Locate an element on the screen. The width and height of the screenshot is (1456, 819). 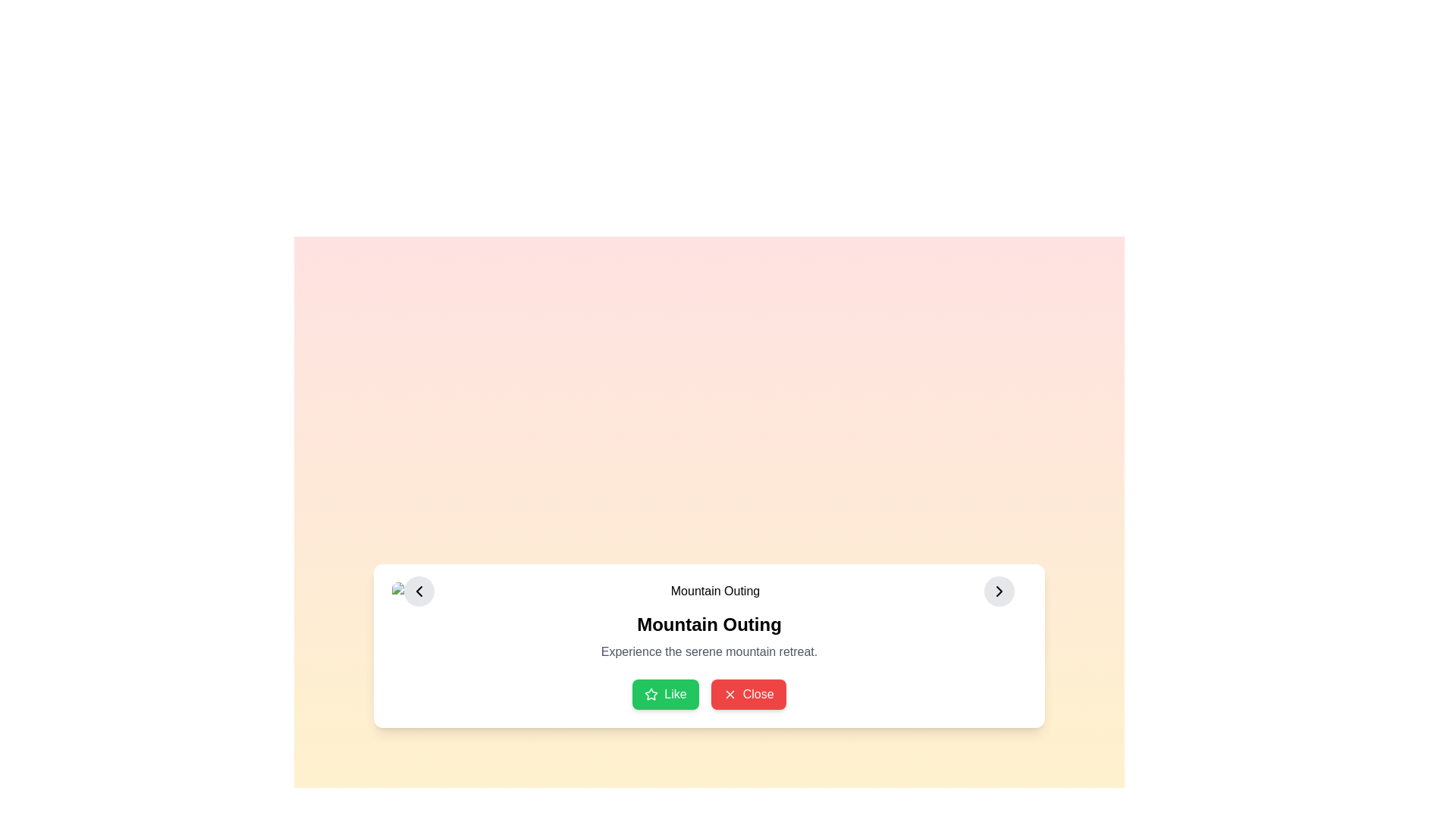
the navigation icon located at the top right corner of the rectangular card interface within the circular button is located at coordinates (999, 590).